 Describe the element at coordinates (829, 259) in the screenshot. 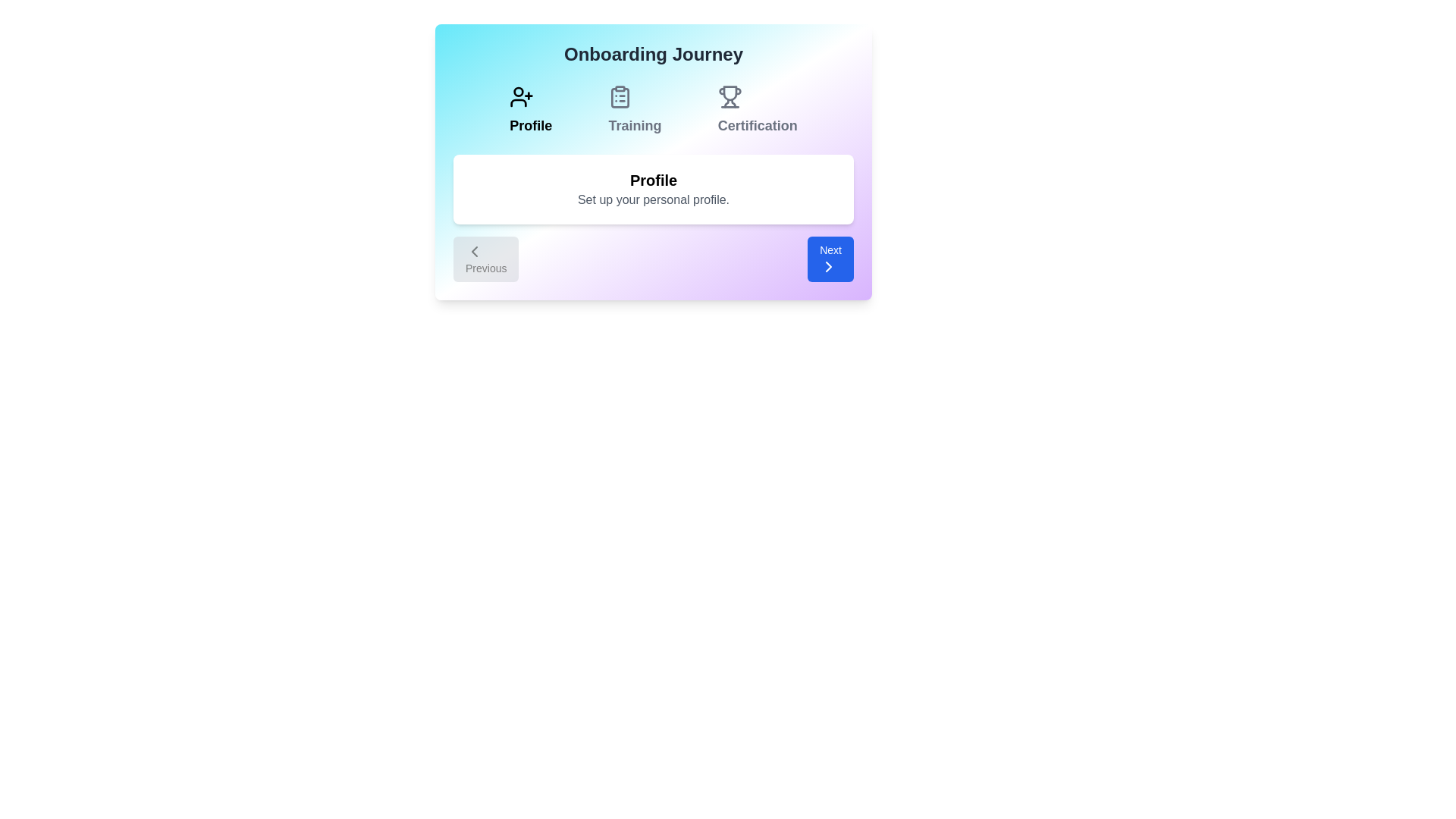

I see `the 'Next' button to navigate to the next step in the onboarding process` at that location.